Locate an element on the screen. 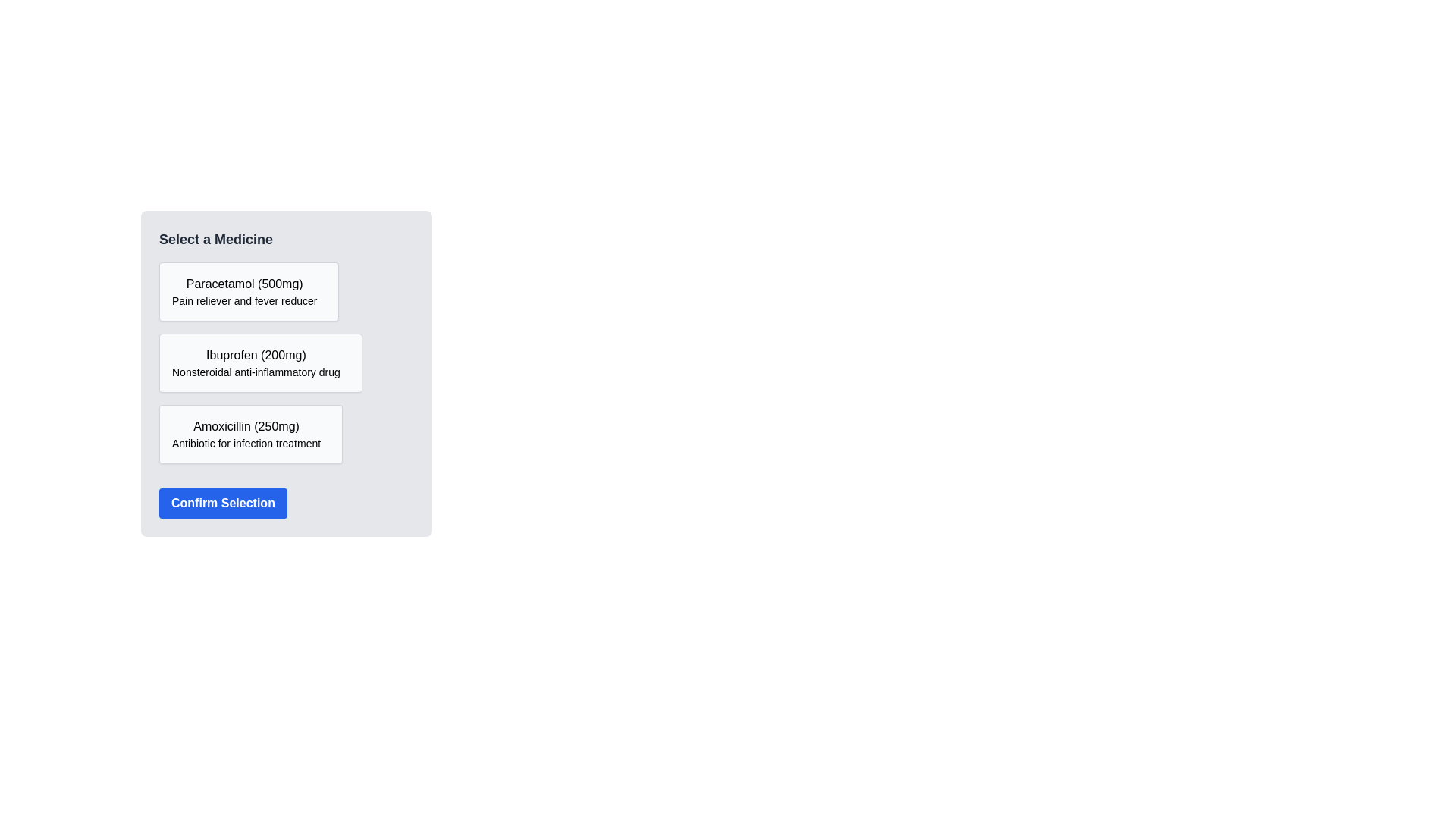 This screenshot has height=819, width=1456. the text label identifying the medicine option 'Ibuprofen (200mg)', which is the first text element in the middle card of the vertical series of medicine options is located at coordinates (256, 356).